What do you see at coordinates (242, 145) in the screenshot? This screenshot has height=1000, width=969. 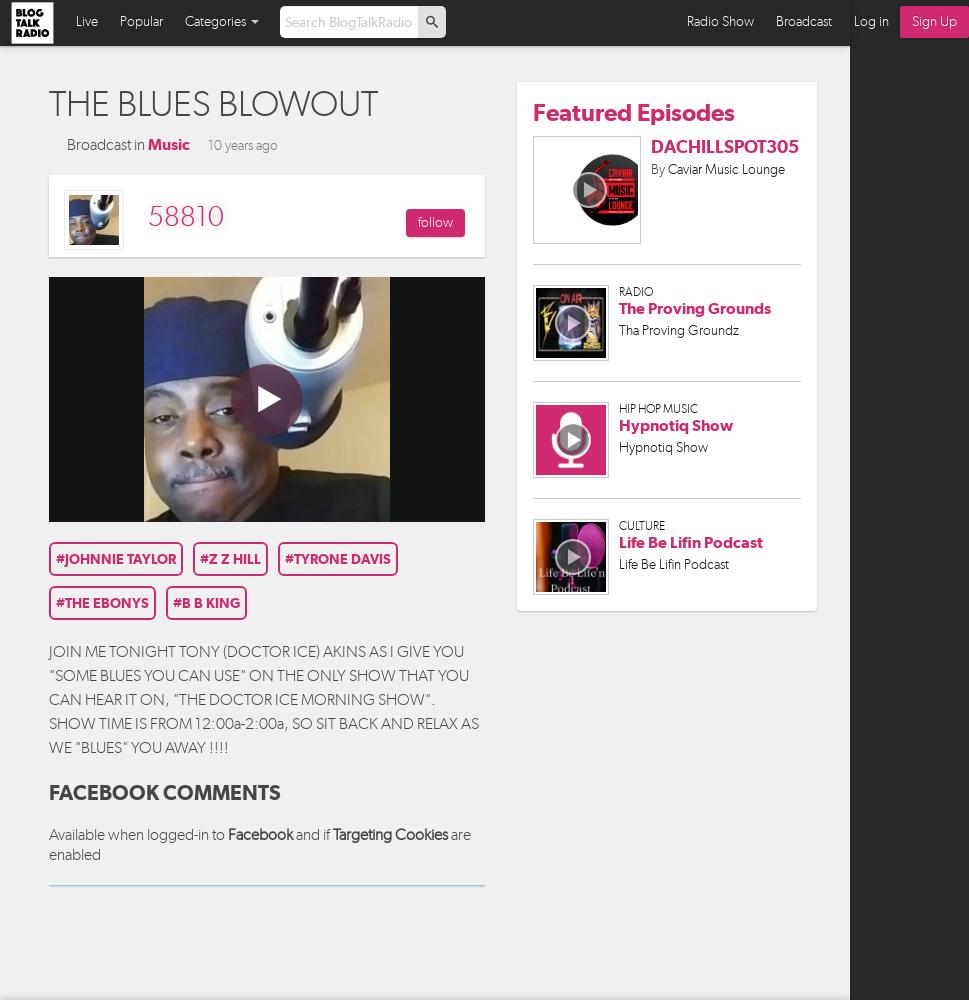 I see `'10 years ago'` at bounding box center [242, 145].